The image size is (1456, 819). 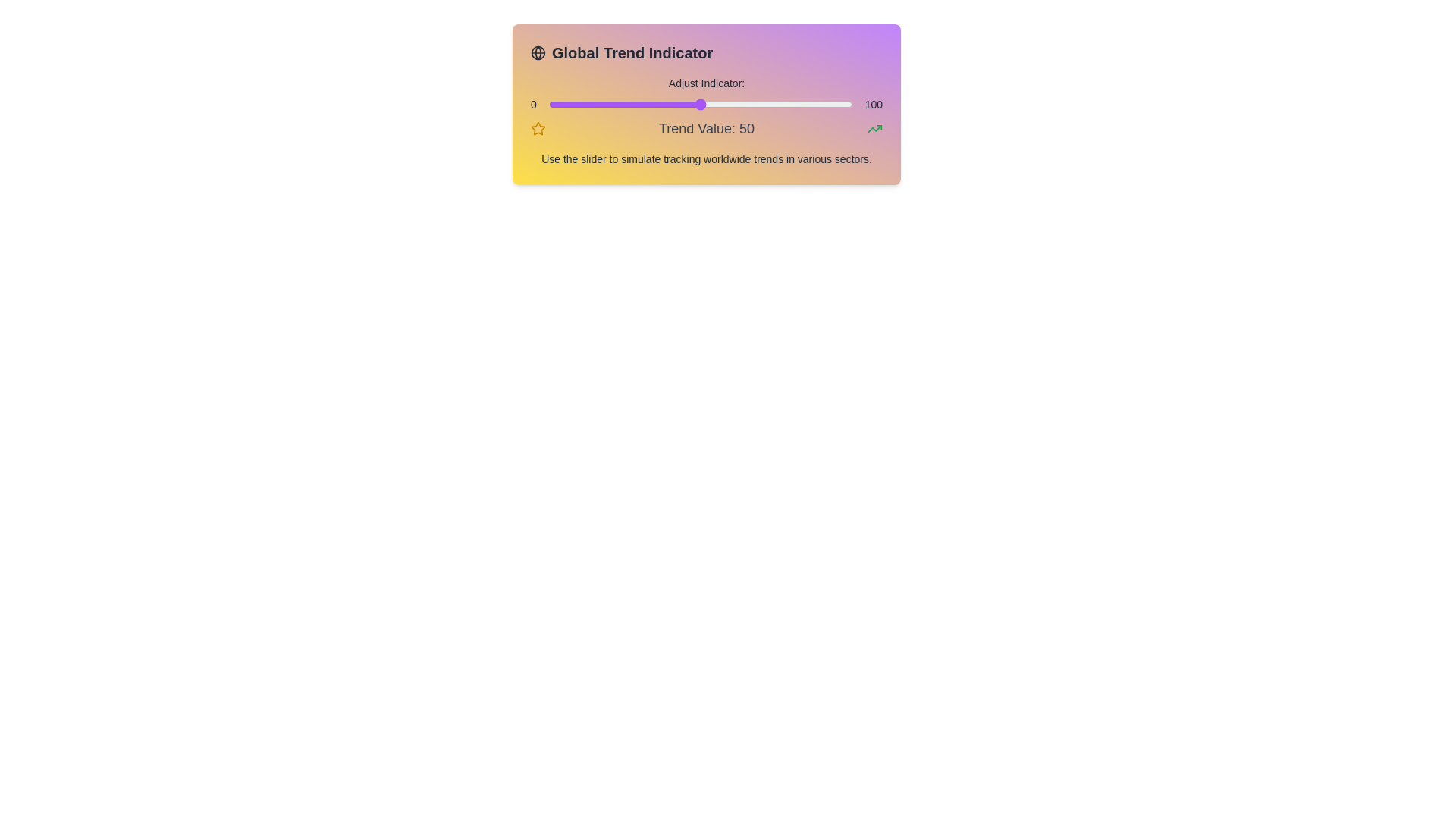 What do you see at coordinates (557, 104) in the screenshot?
I see `the slider to set the value to 3` at bounding box center [557, 104].